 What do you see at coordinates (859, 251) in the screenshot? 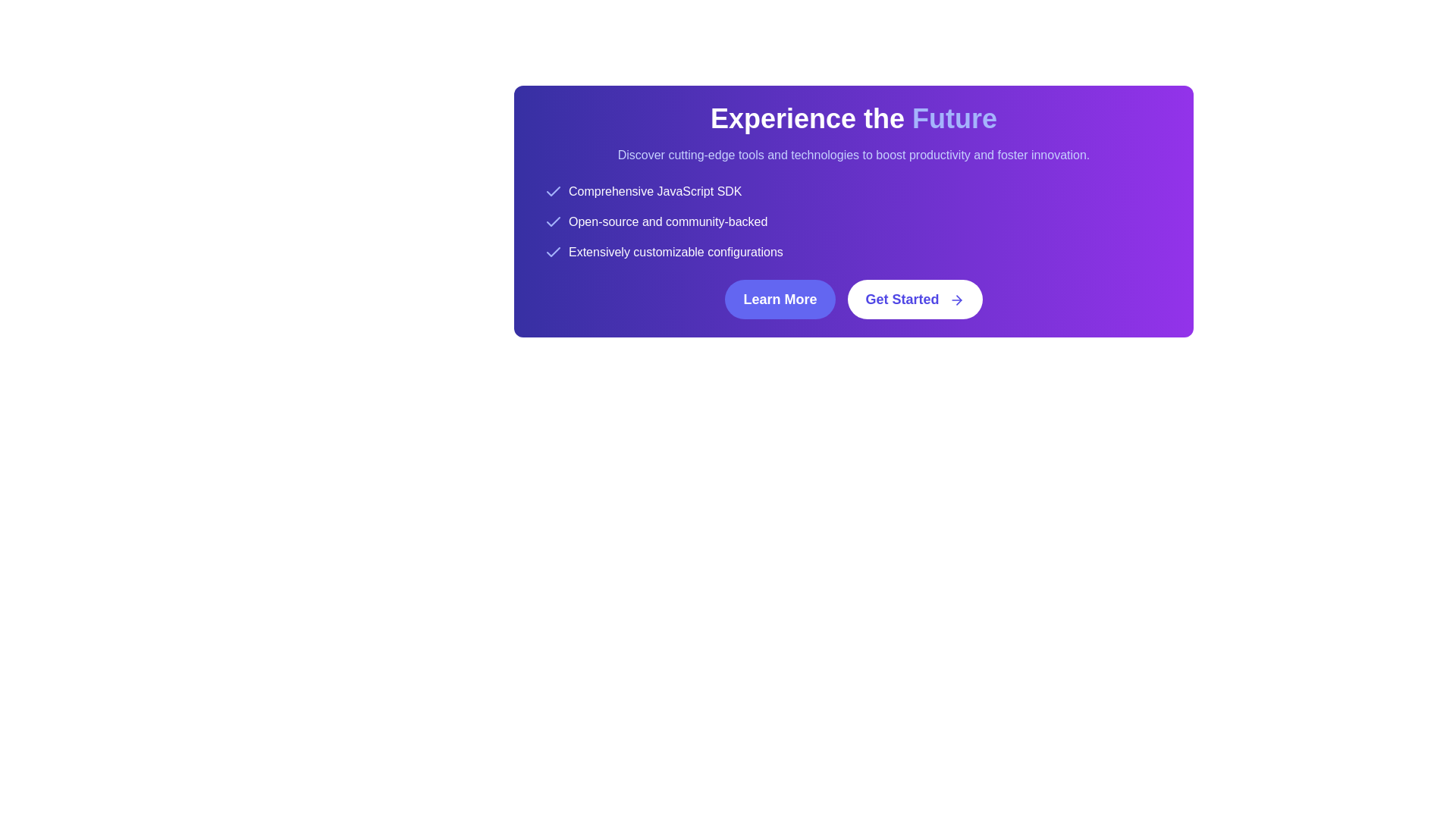
I see `the third list item in the vertical list of features that emphasizes extensive customization configurations, located in the top center of the interface under the section titled 'Experience the Future'` at bounding box center [859, 251].